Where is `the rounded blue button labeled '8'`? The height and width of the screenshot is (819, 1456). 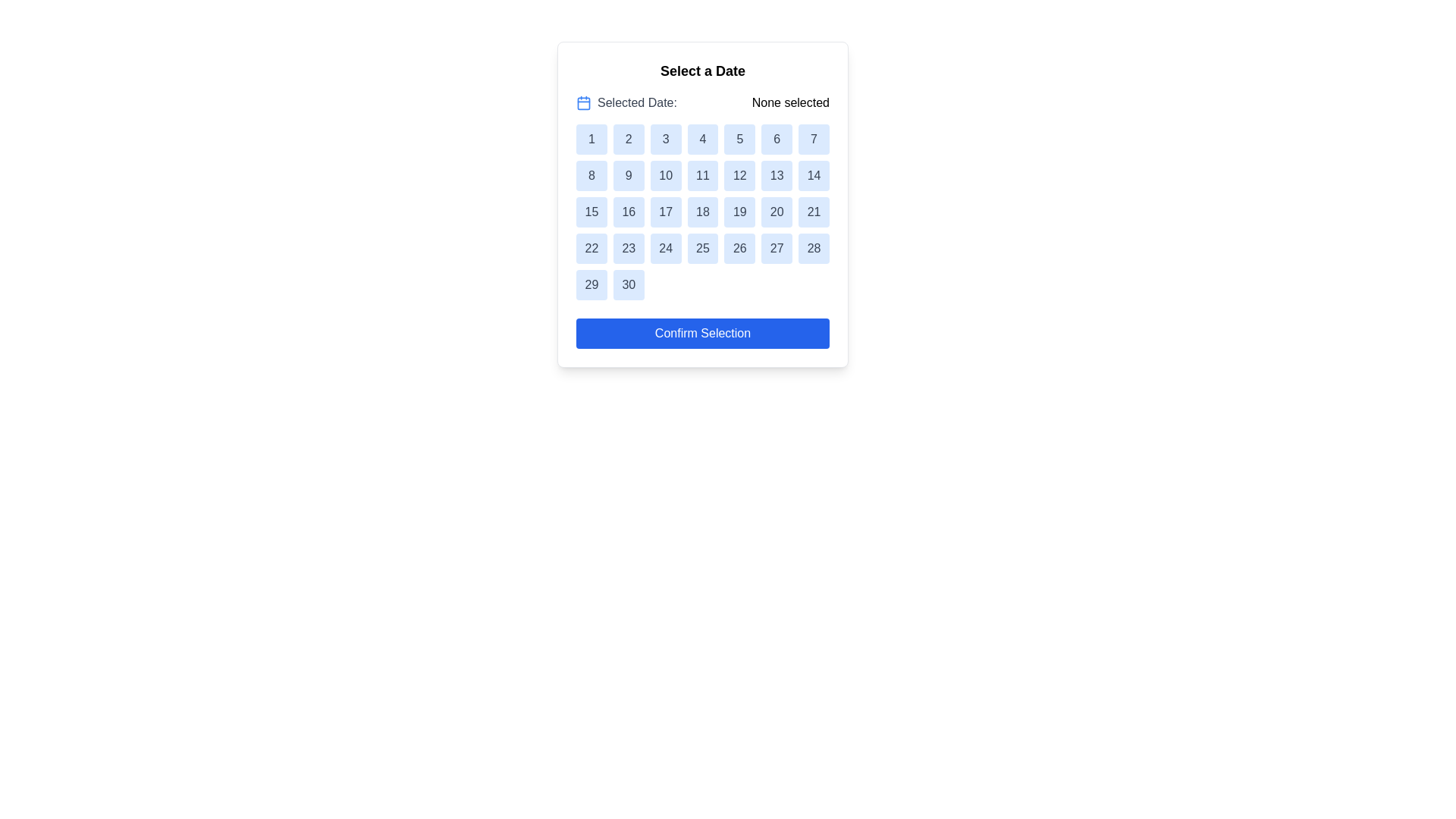
the rounded blue button labeled '8' is located at coordinates (591, 174).